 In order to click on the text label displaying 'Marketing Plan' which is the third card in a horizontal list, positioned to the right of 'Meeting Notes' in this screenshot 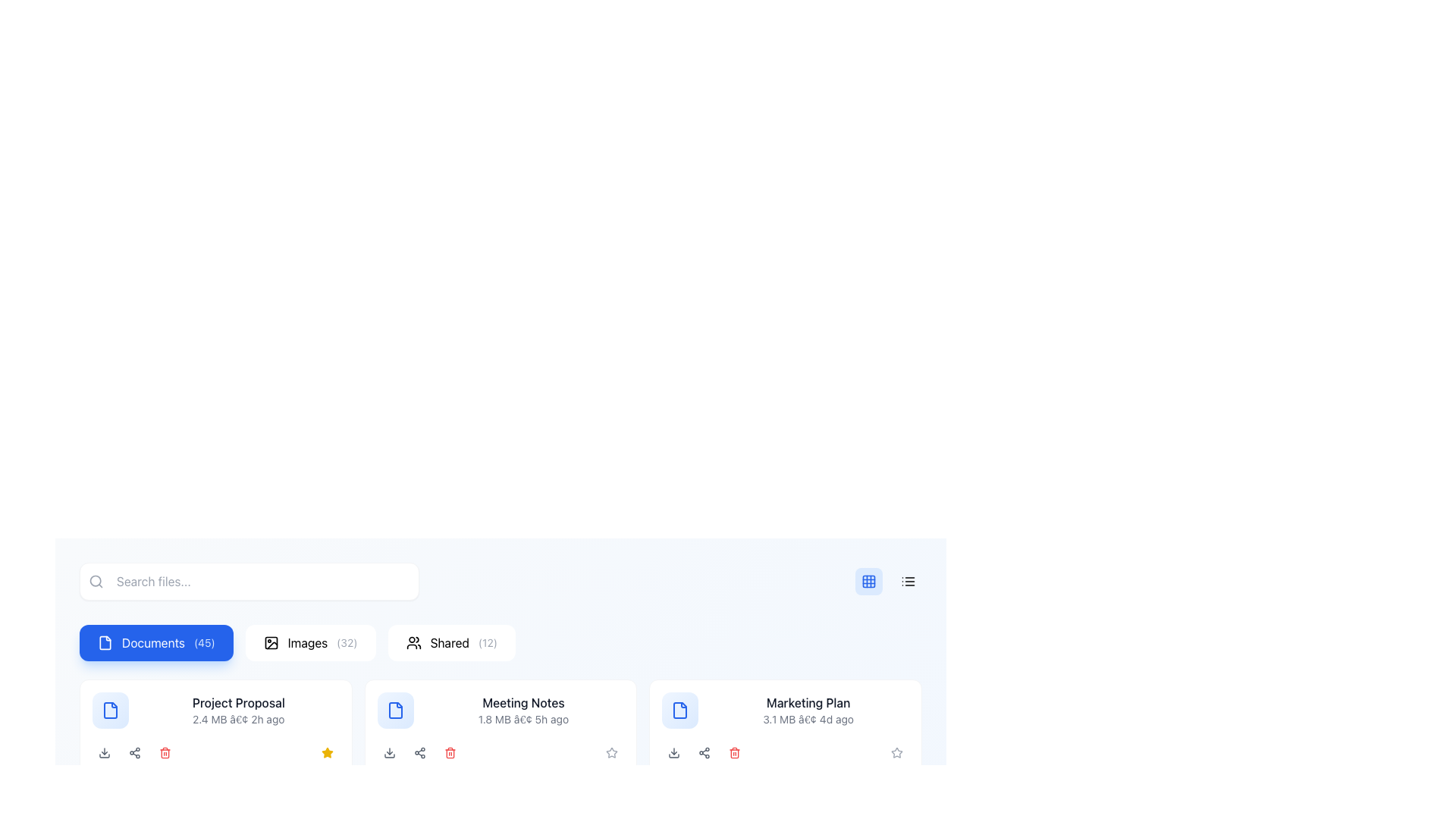, I will do `click(808, 711)`.